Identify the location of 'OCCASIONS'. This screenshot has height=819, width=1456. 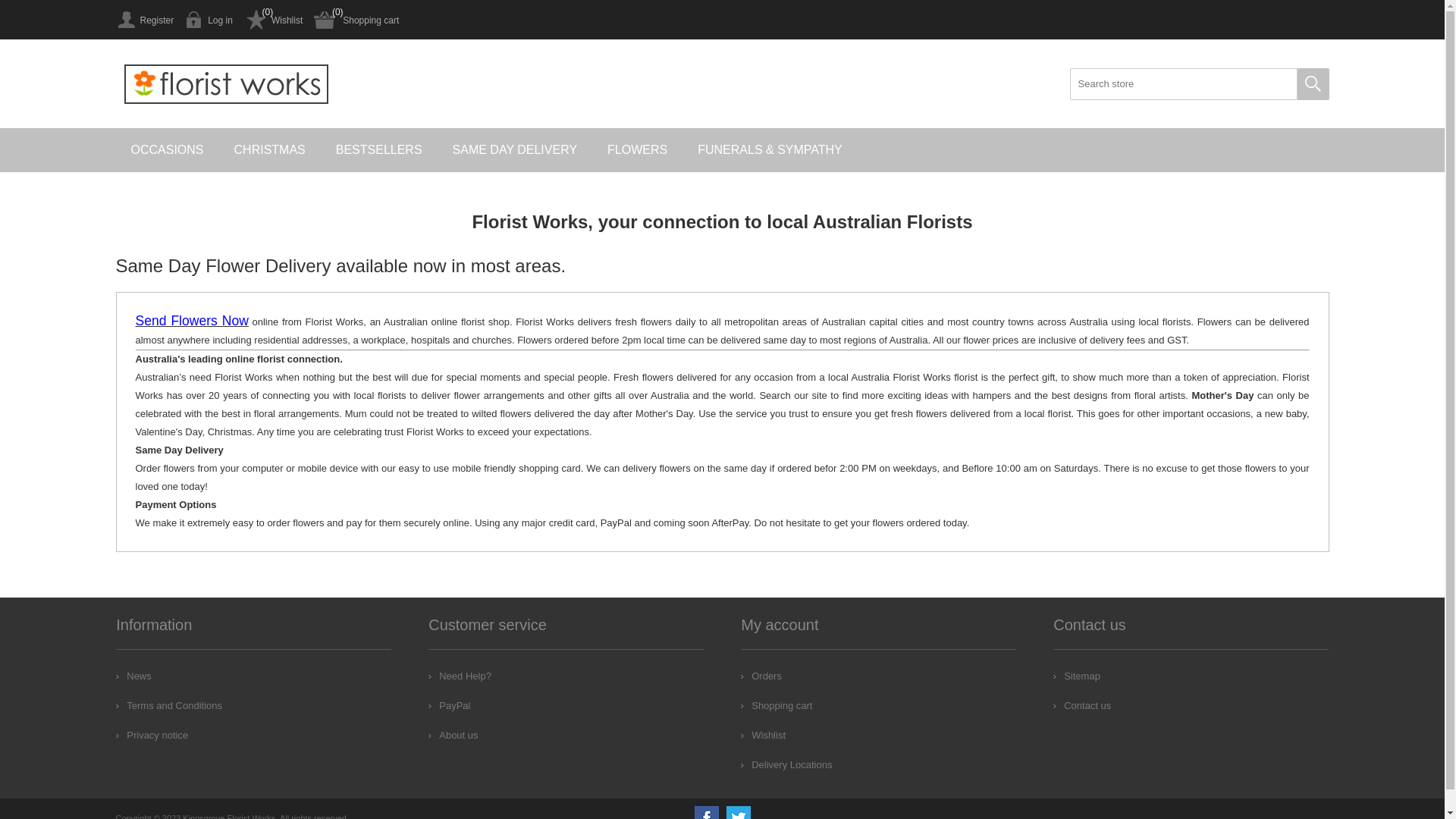
(167, 149).